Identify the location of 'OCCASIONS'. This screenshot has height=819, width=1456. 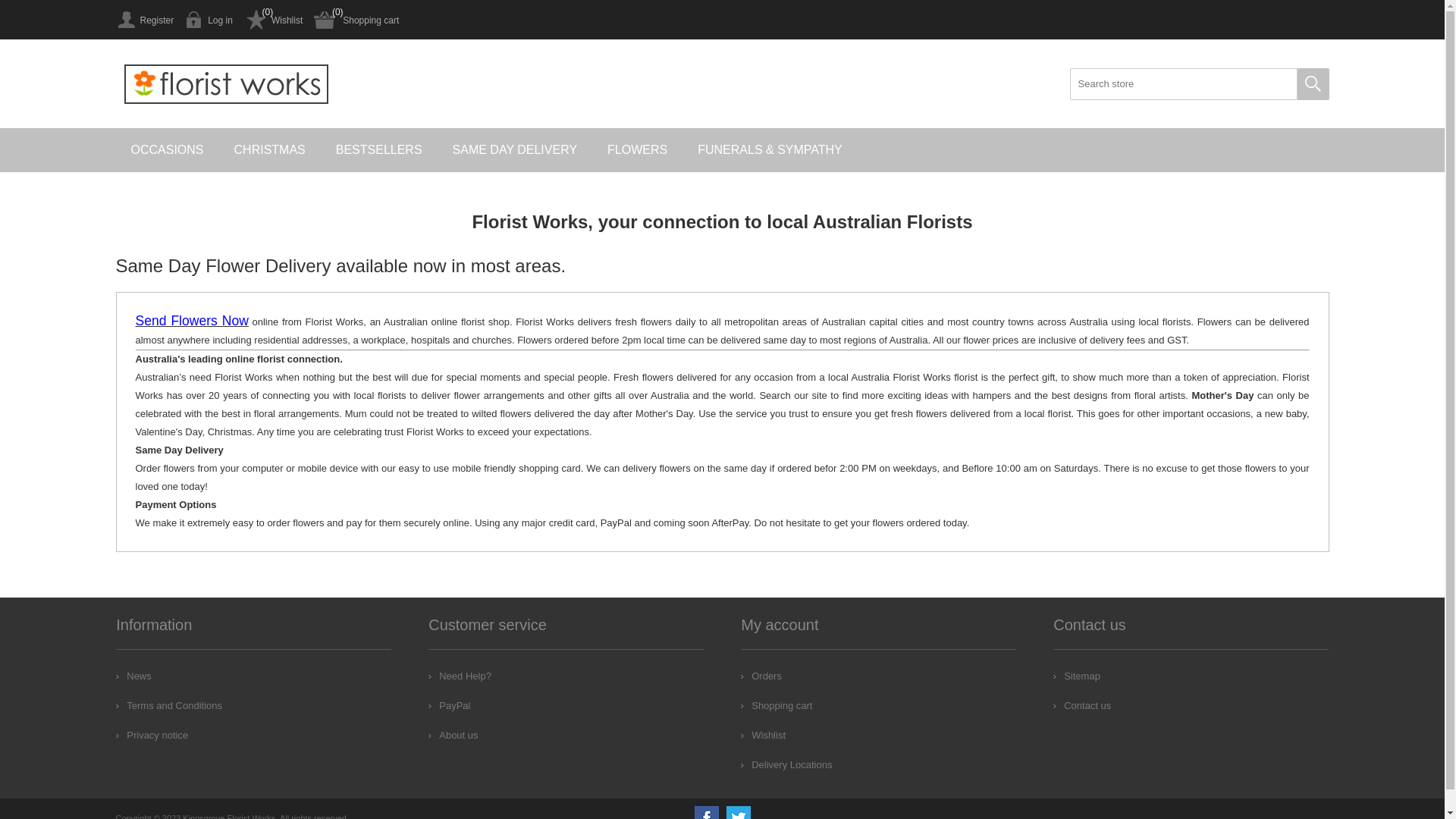
(167, 149).